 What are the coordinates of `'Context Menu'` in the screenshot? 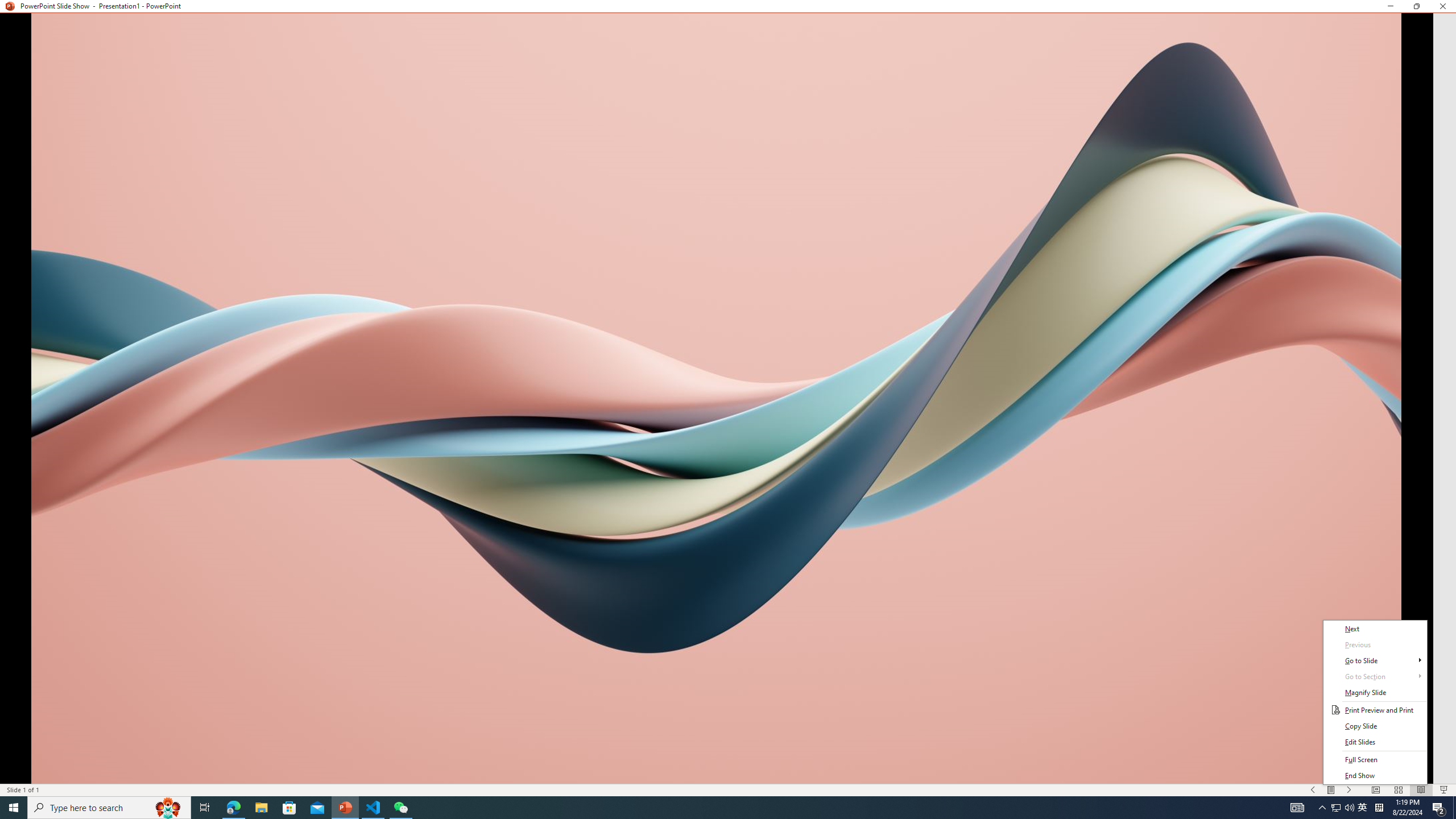 It's located at (1375, 701).